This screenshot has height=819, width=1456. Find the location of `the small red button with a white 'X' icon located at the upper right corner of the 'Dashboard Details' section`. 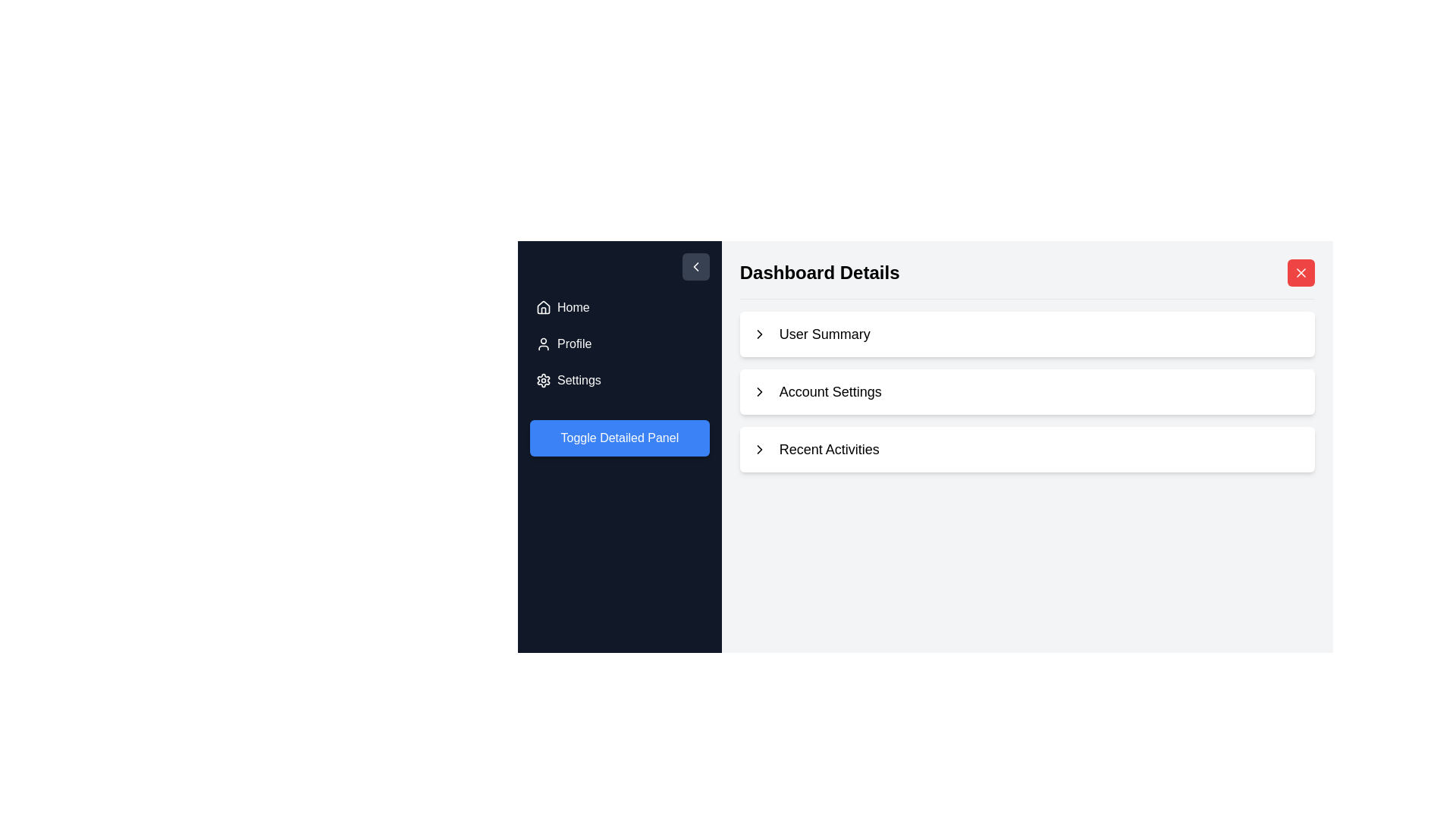

the small red button with a white 'X' icon located at the upper right corner of the 'Dashboard Details' section is located at coordinates (1301, 271).